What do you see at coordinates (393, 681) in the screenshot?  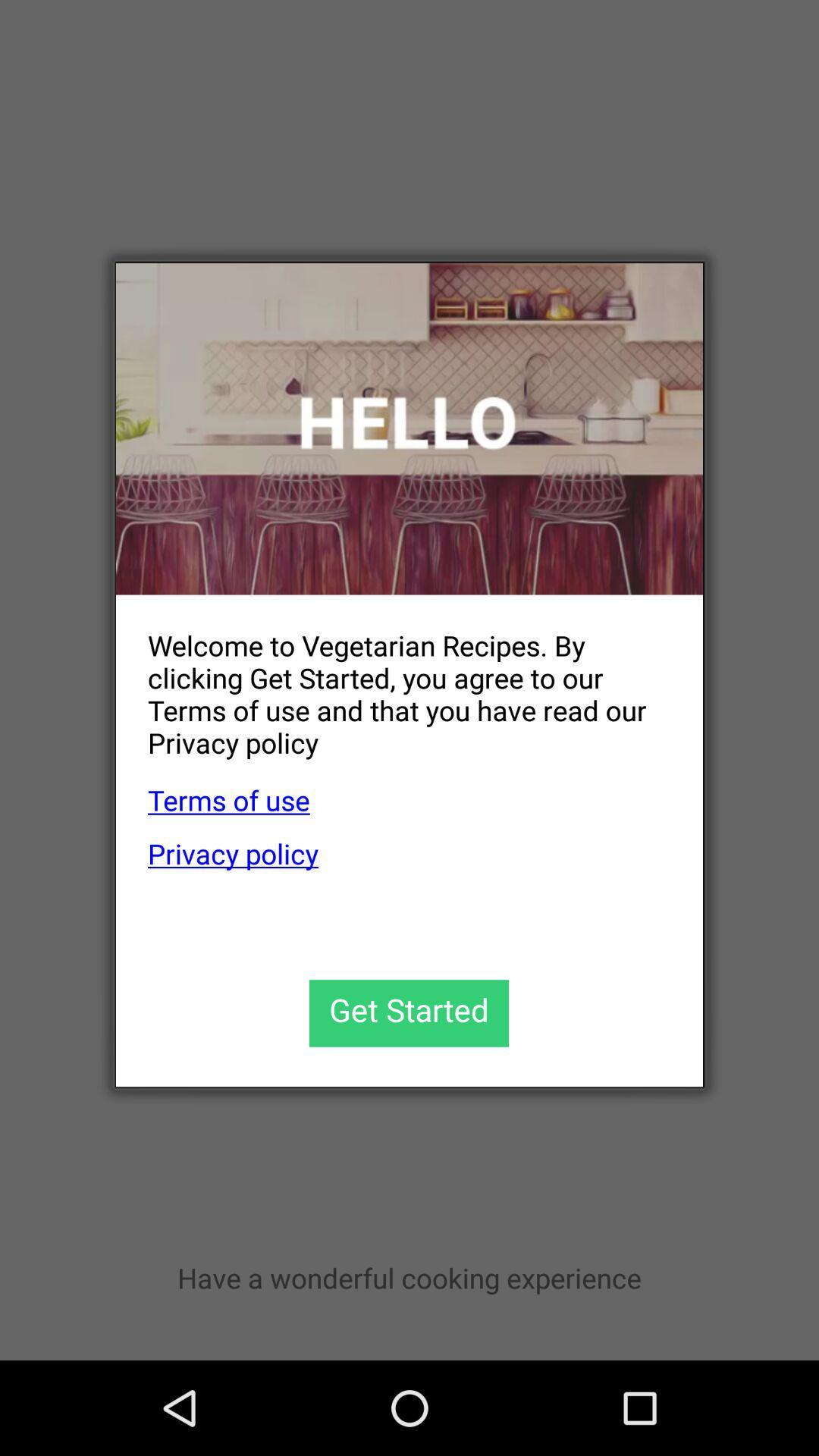 I see `app above terms of use app` at bounding box center [393, 681].